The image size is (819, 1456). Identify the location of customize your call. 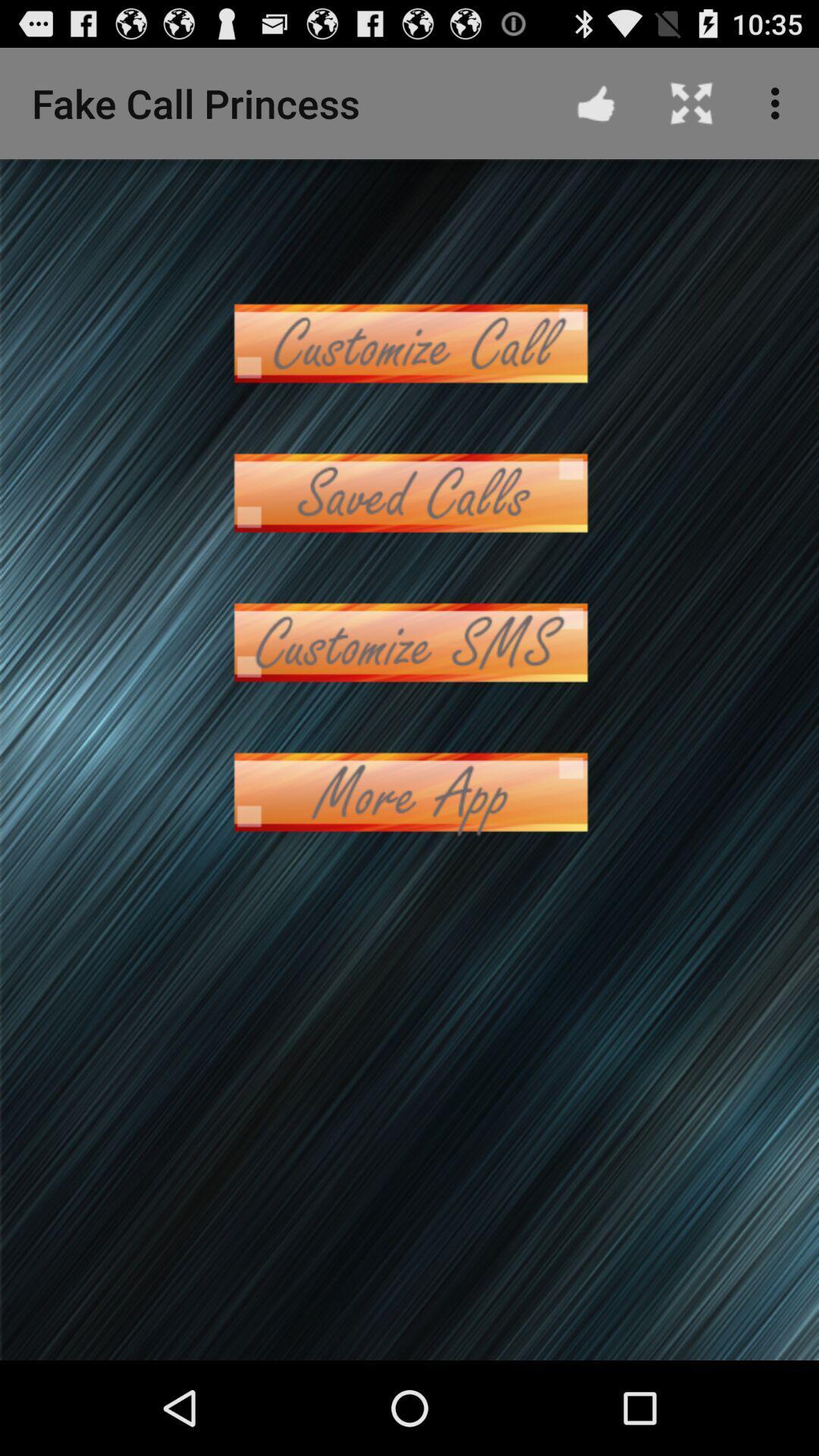
(409, 342).